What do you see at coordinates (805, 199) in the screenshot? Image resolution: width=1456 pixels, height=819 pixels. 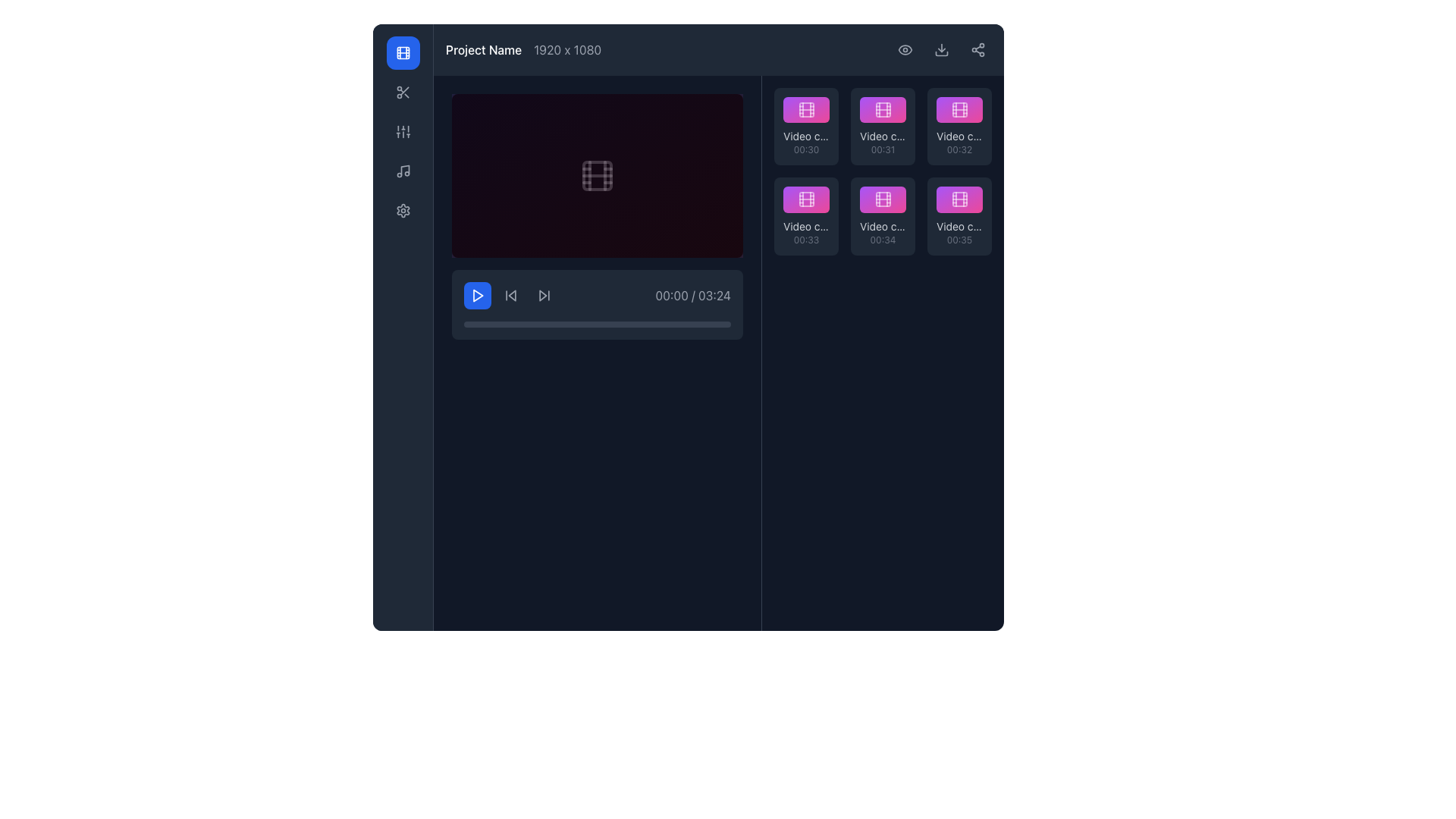 I see `the video thumbnail icon located in the grid of preview components on the right side of the interface` at bounding box center [805, 199].